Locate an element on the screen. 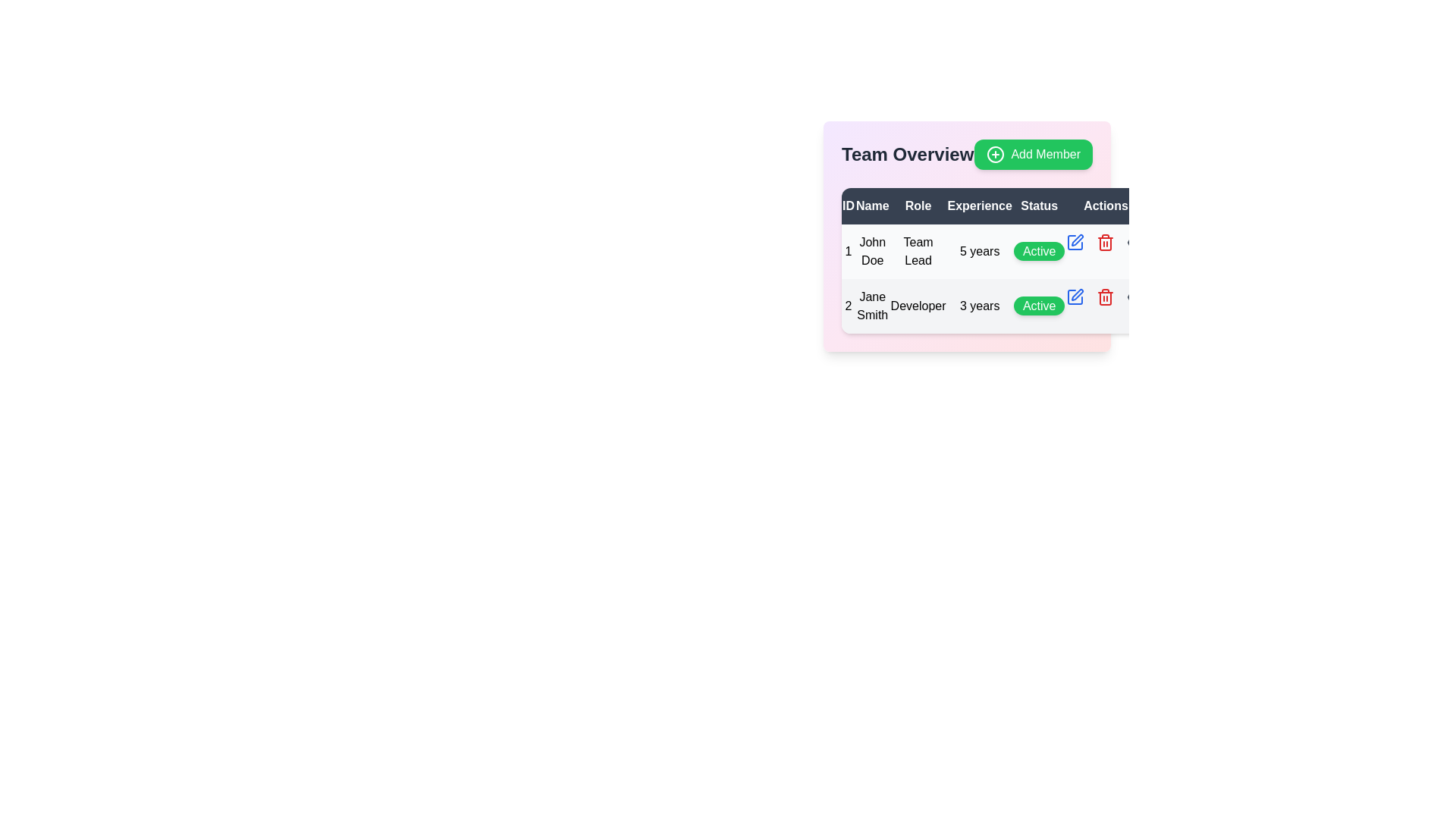  the 'Active' pill-shaped button with a green background and white text in the 'Status' column of the table for 'Jane Smith' is located at coordinates (1038, 306).